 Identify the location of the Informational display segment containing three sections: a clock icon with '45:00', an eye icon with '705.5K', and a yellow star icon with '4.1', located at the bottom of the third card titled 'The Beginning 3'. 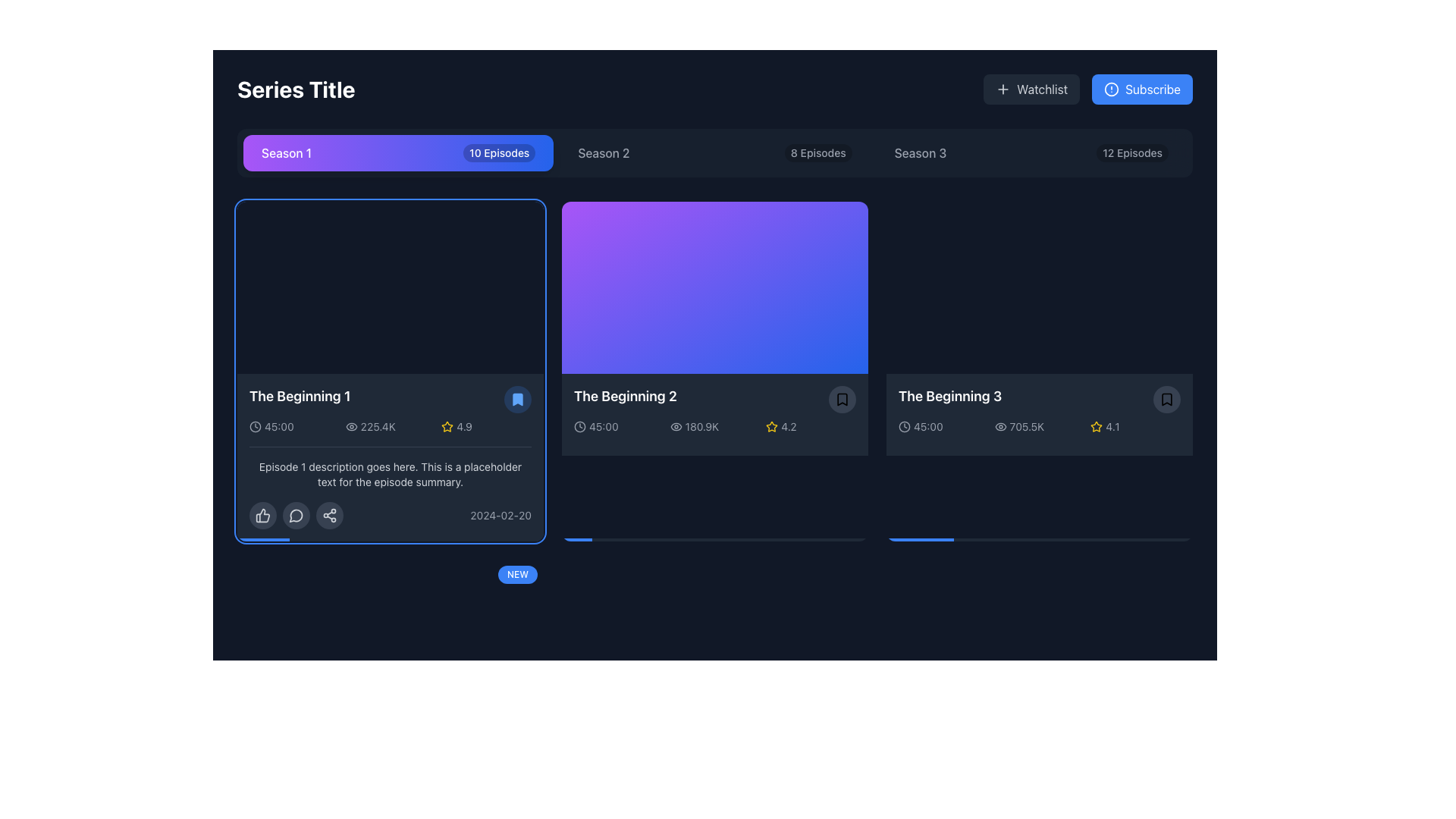
(1039, 427).